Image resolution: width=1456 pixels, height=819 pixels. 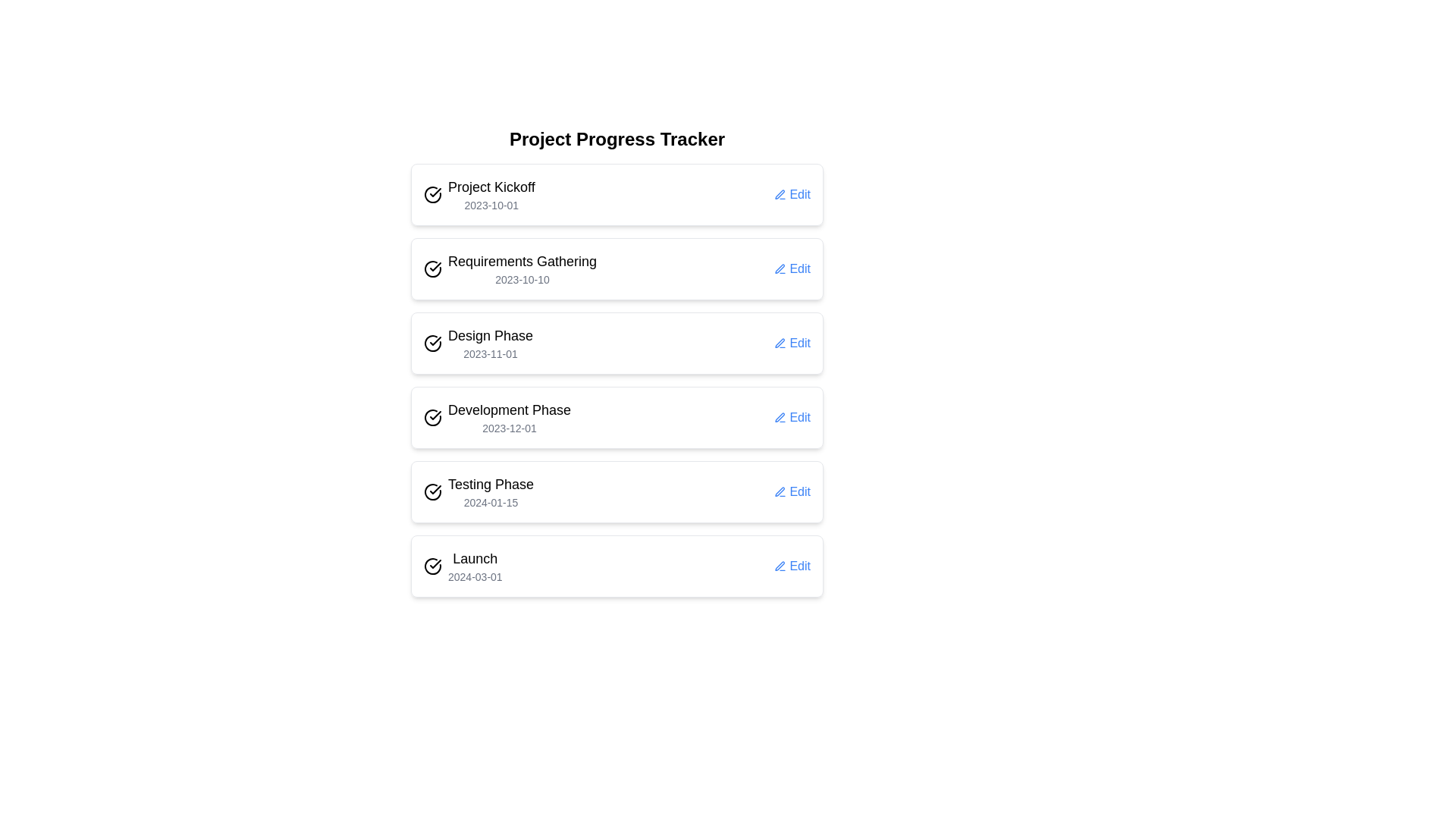 What do you see at coordinates (432, 194) in the screenshot?
I see `the completion status icon indicating the 'Project Kickoff' milestone, located to the left of the text 'Project Kickoff' and above '2023-10-01'` at bounding box center [432, 194].